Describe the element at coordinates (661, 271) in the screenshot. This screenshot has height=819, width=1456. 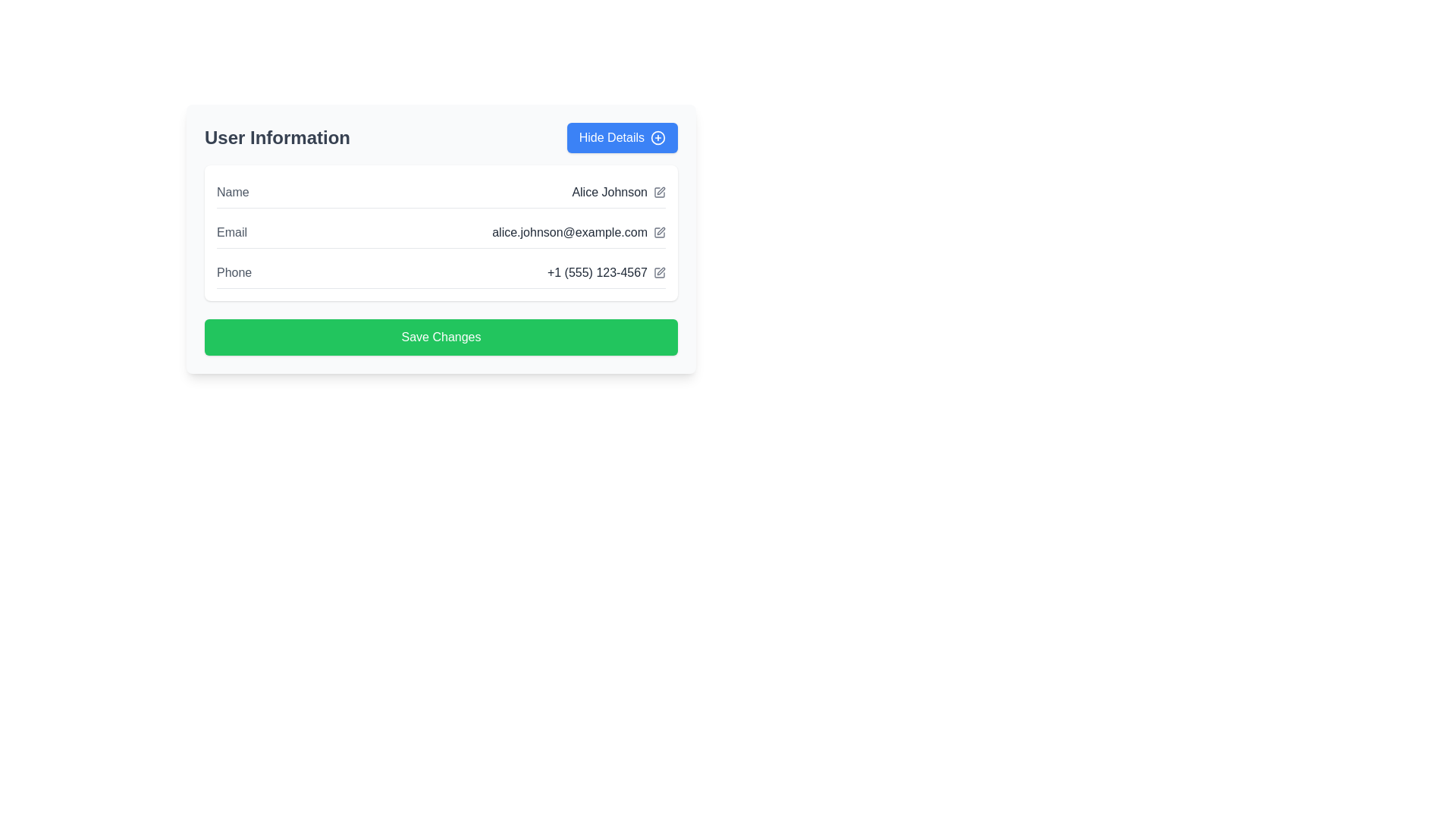
I see `the edit icon resembling a pen located in the third row of the user details section next to the phone number` at that location.